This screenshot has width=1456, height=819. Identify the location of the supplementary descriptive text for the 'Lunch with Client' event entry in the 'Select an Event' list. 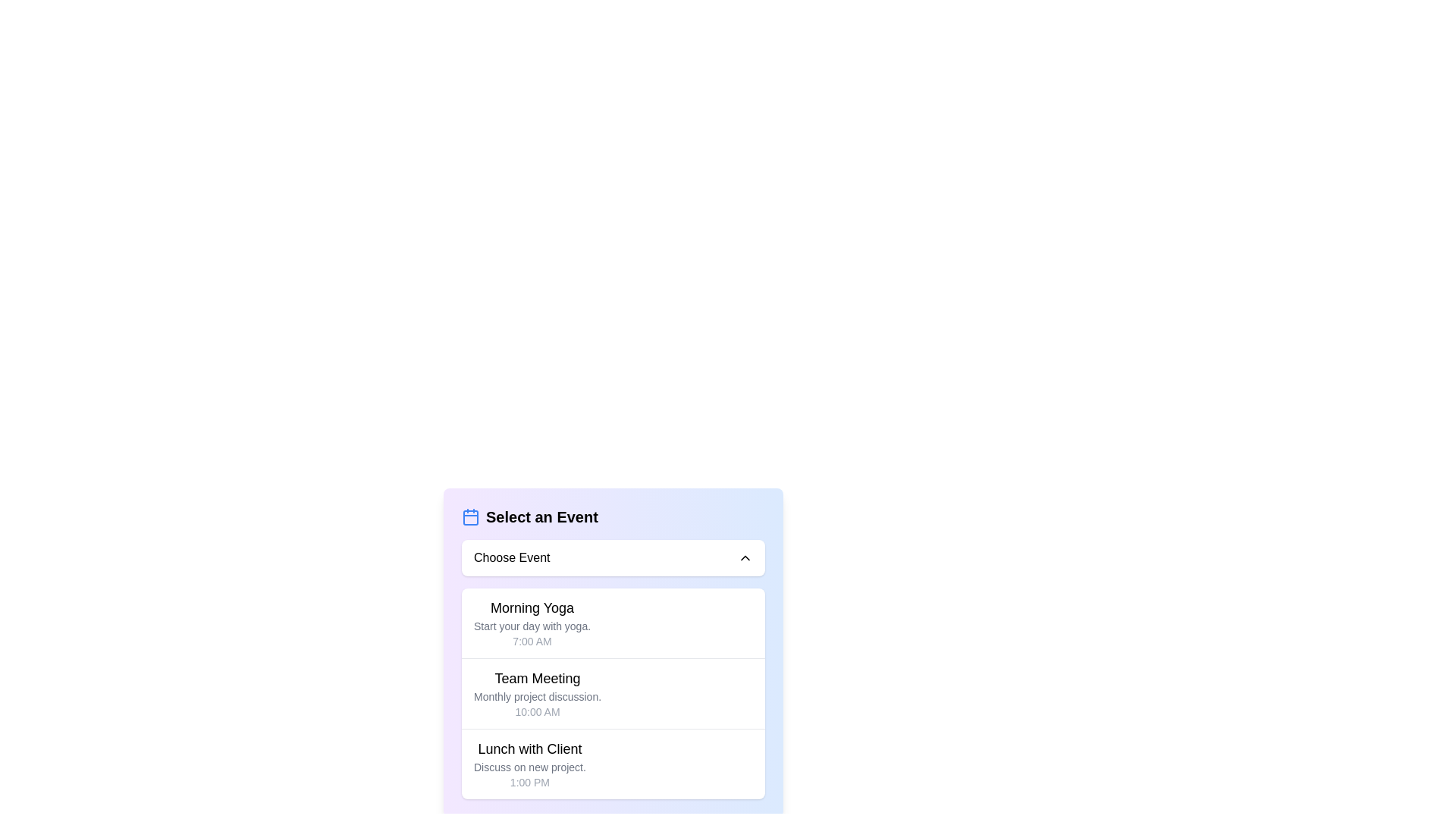
(529, 767).